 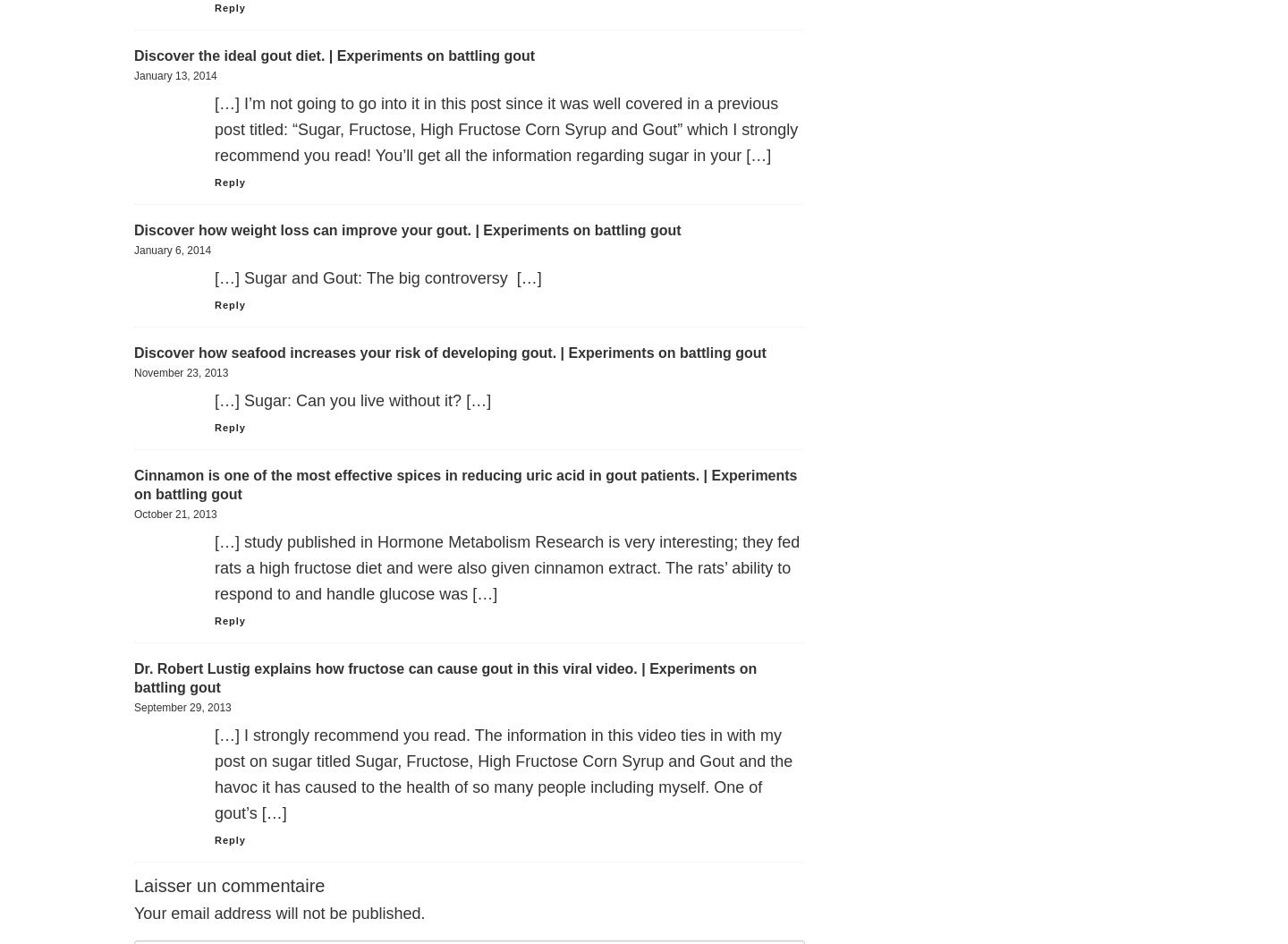 I want to click on 'January 6, 2014', so click(x=172, y=250).